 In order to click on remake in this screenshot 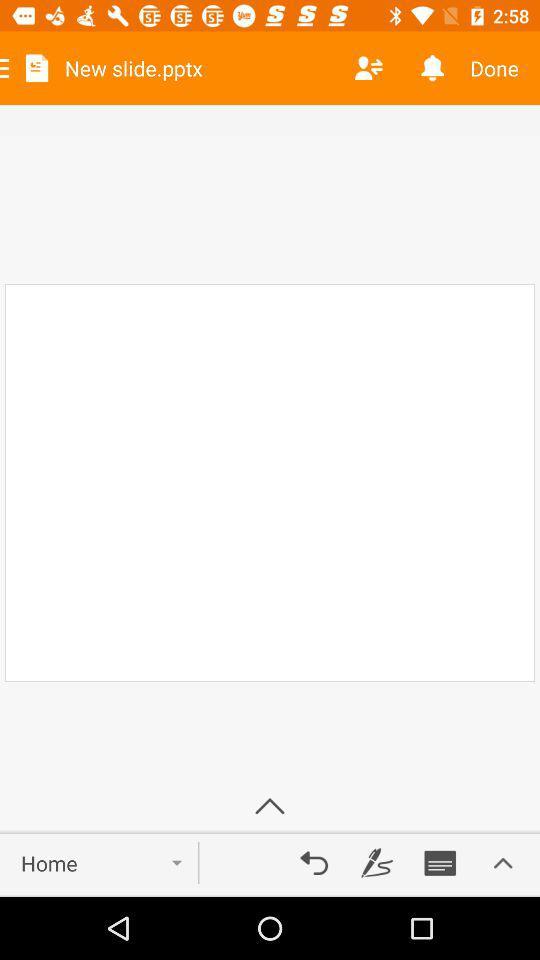, I will do `click(314, 862)`.